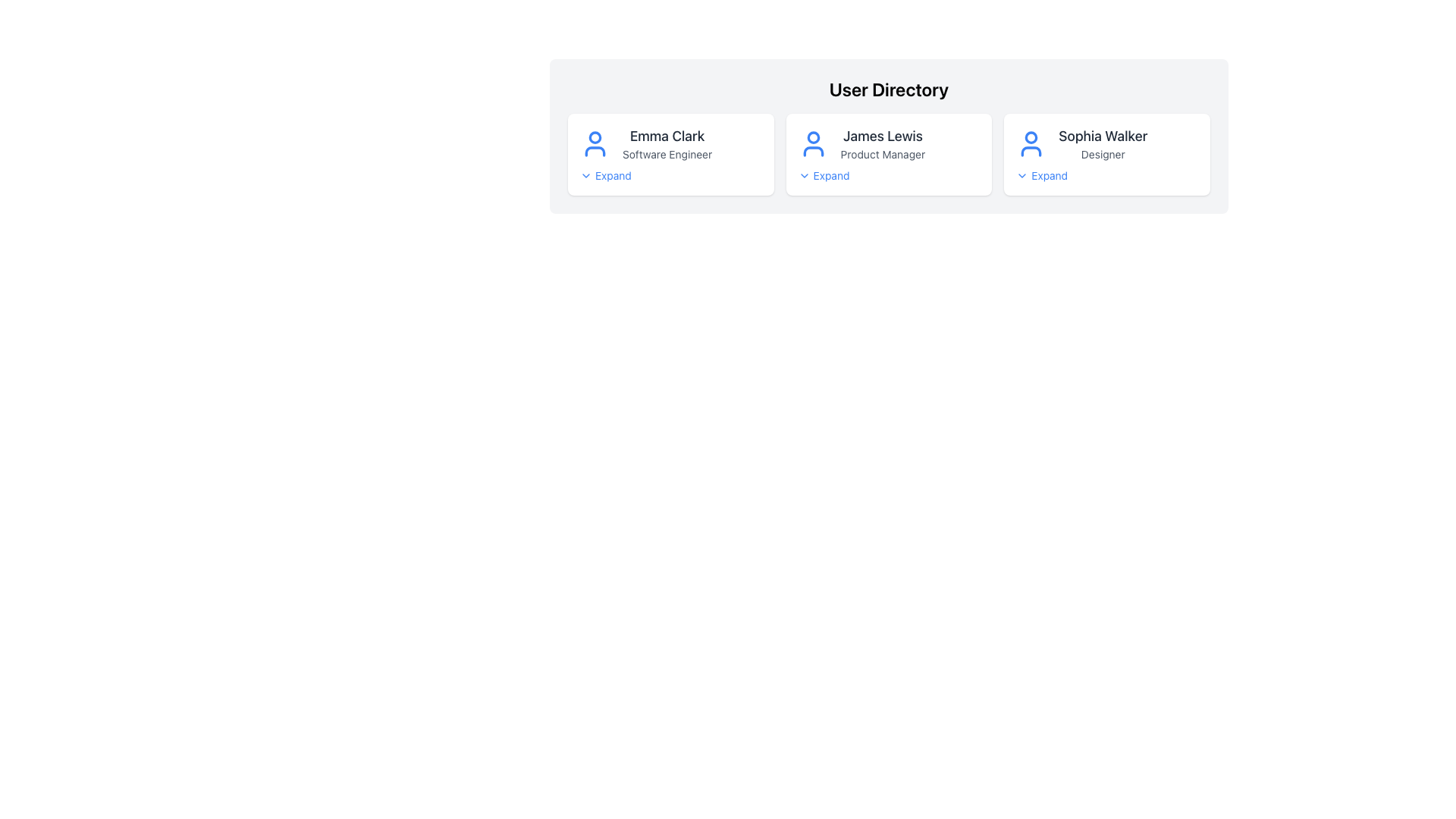 The width and height of the screenshot is (1456, 819). What do you see at coordinates (1103, 136) in the screenshot?
I see `the text label displaying the name 'Sophia Walker', which is visually distinct with a large font size and dark gray color, located in the rightmost column of the user cards layout` at bounding box center [1103, 136].